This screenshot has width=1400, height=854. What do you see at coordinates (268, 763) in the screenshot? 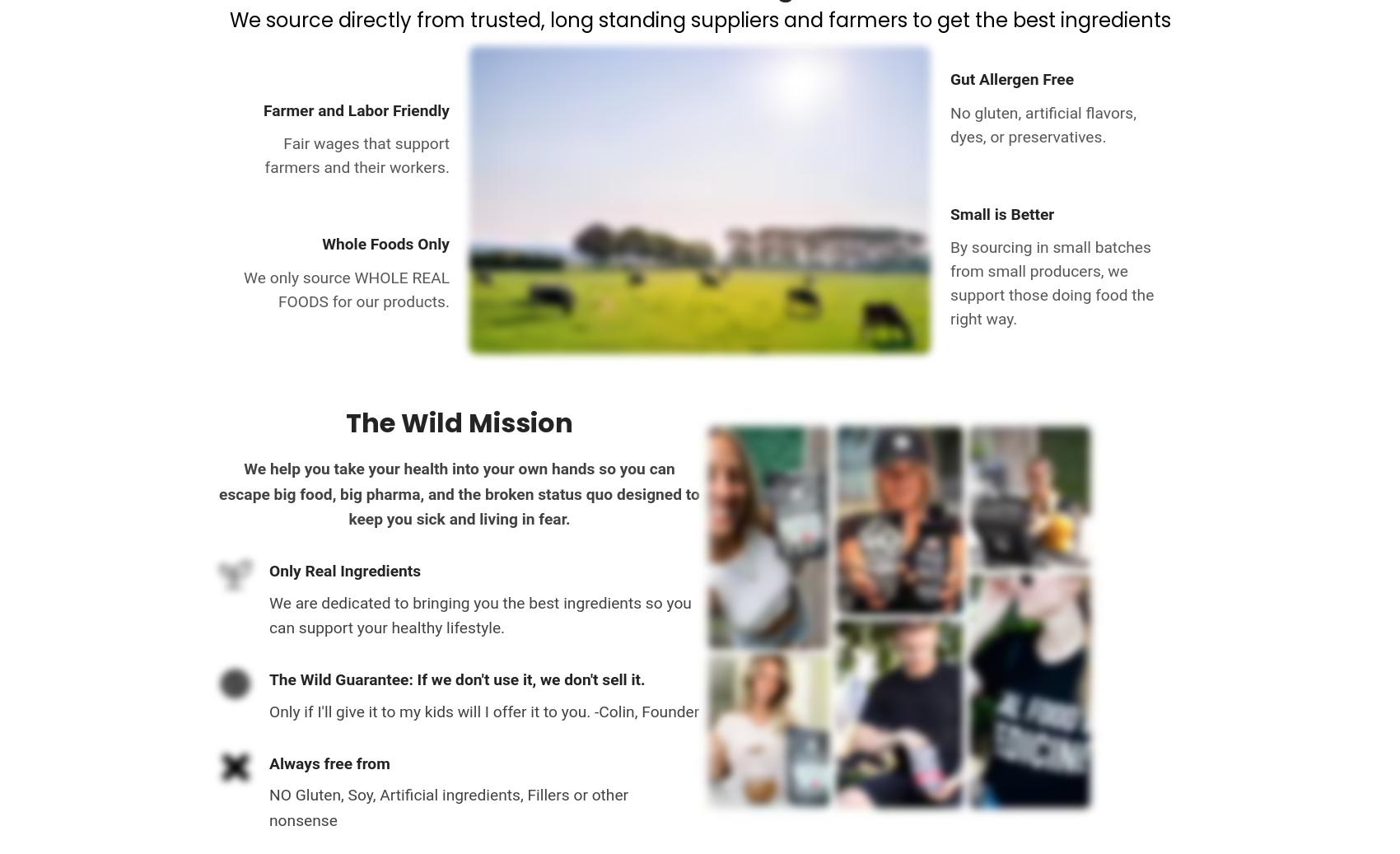
I see `'Always free from'` at bounding box center [268, 763].